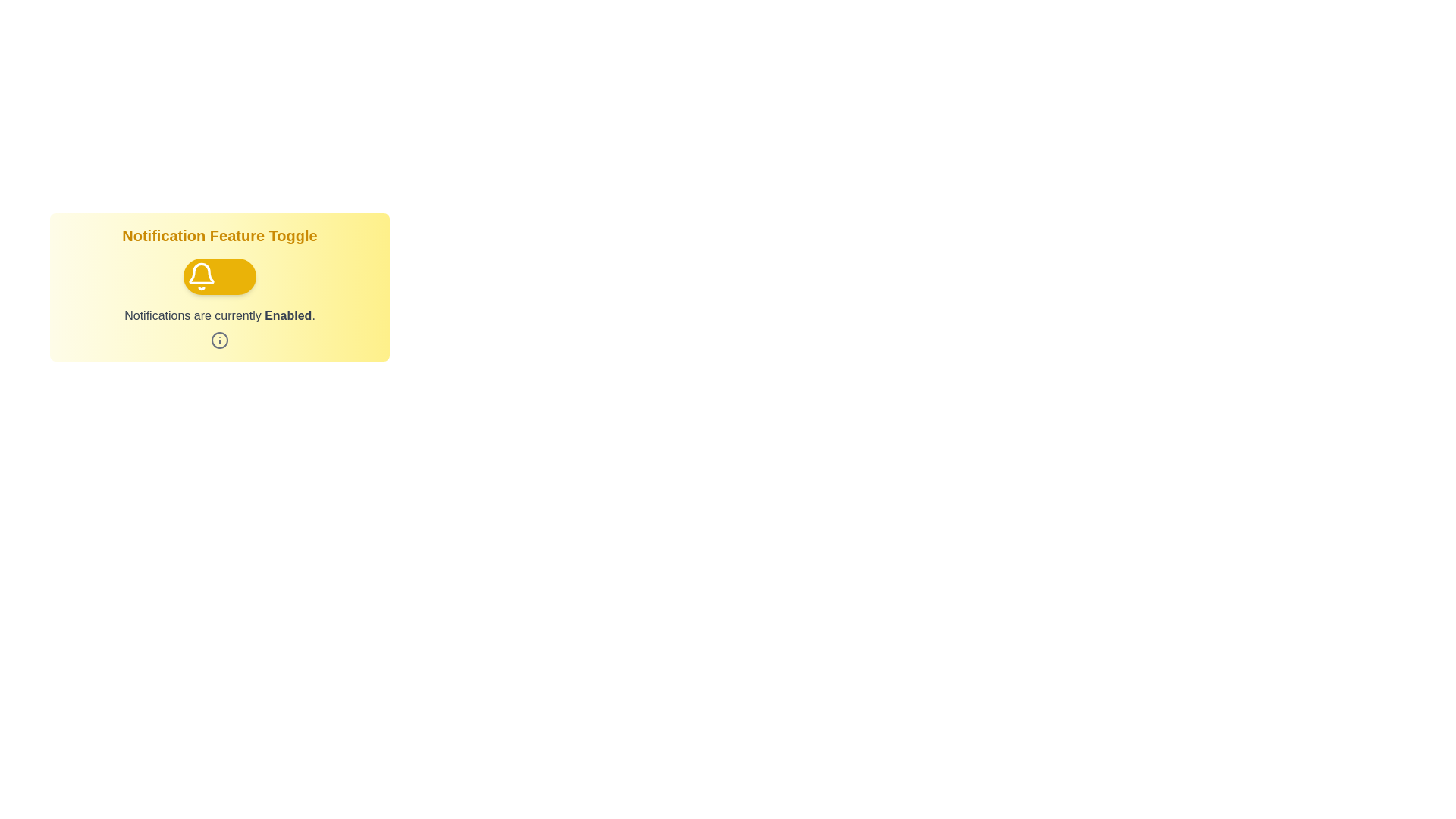 This screenshot has height=819, width=1456. What do you see at coordinates (218, 315) in the screenshot?
I see `the text label that reads 'Notifications are currently Enabled.' which is styled in gray font and is located centrally below an active toggle switch` at bounding box center [218, 315].